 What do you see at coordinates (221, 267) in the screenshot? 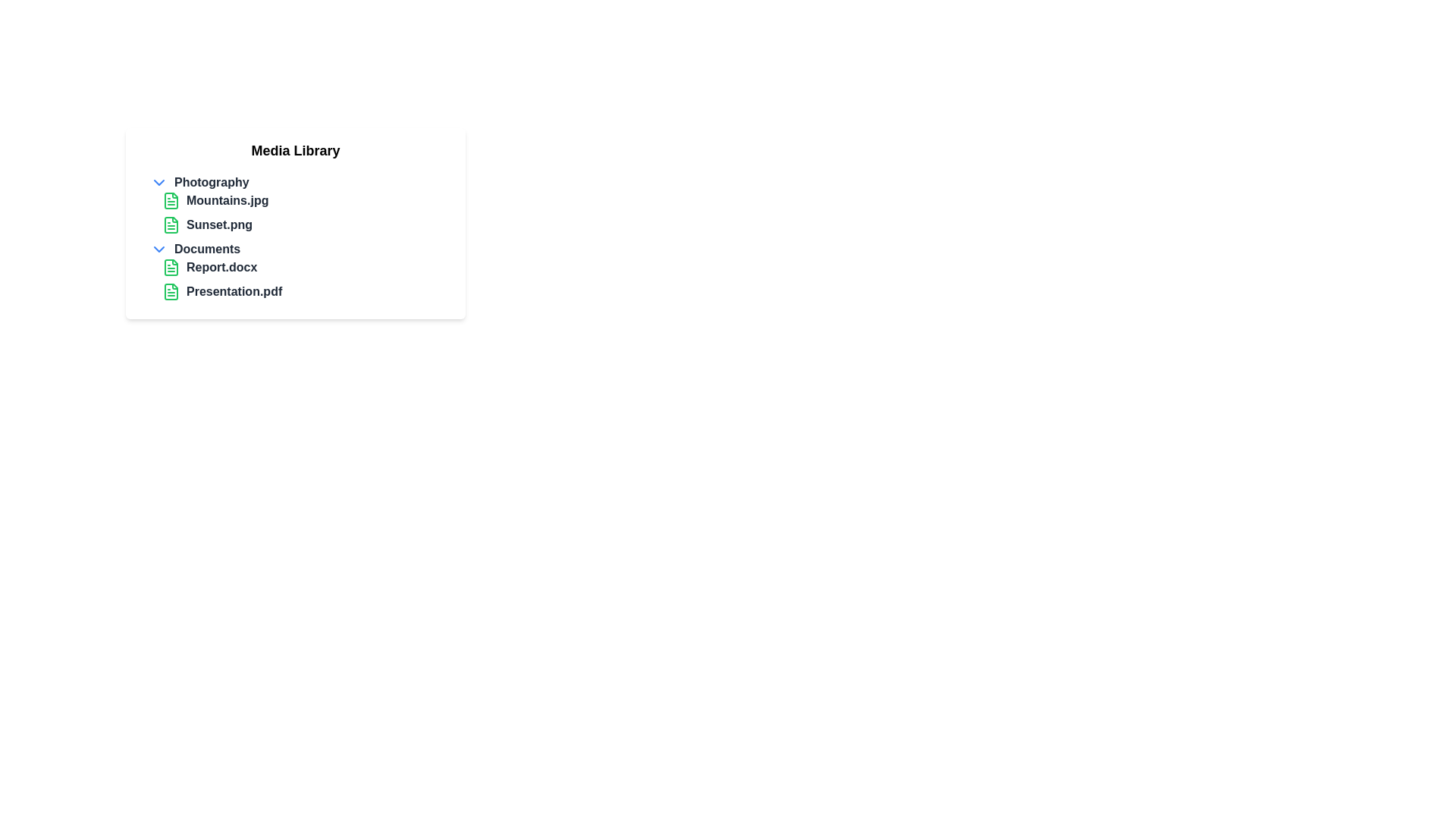
I see `the bold text label displaying the file name 'Report.docx' located in the 'Documents' section of the file explorer interface` at bounding box center [221, 267].